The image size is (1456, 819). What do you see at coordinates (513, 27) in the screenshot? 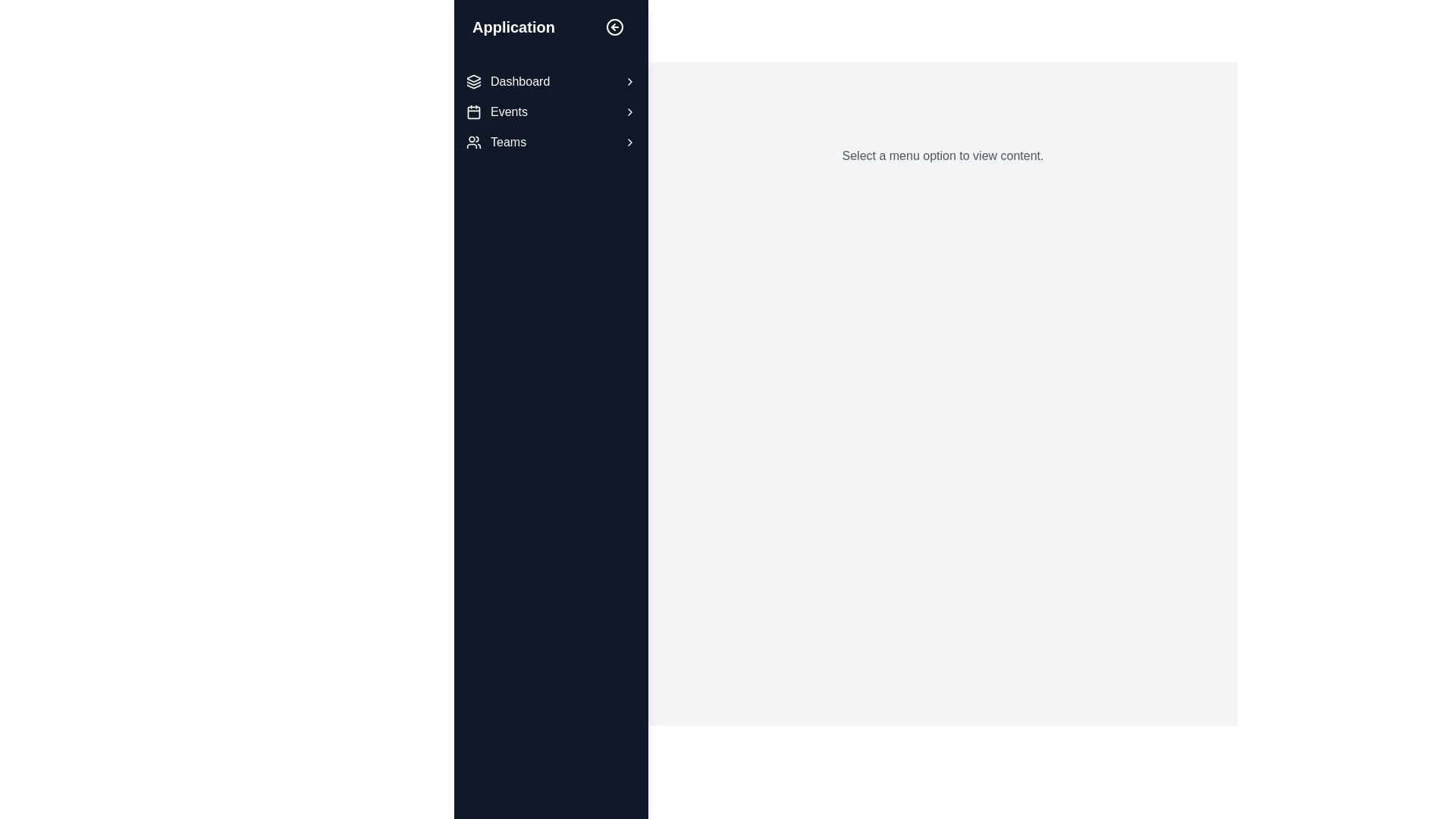
I see `the prominent text label displaying 'Application' in bold, extra-large white font located in the left sidebar near the top of the application interface` at bounding box center [513, 27].